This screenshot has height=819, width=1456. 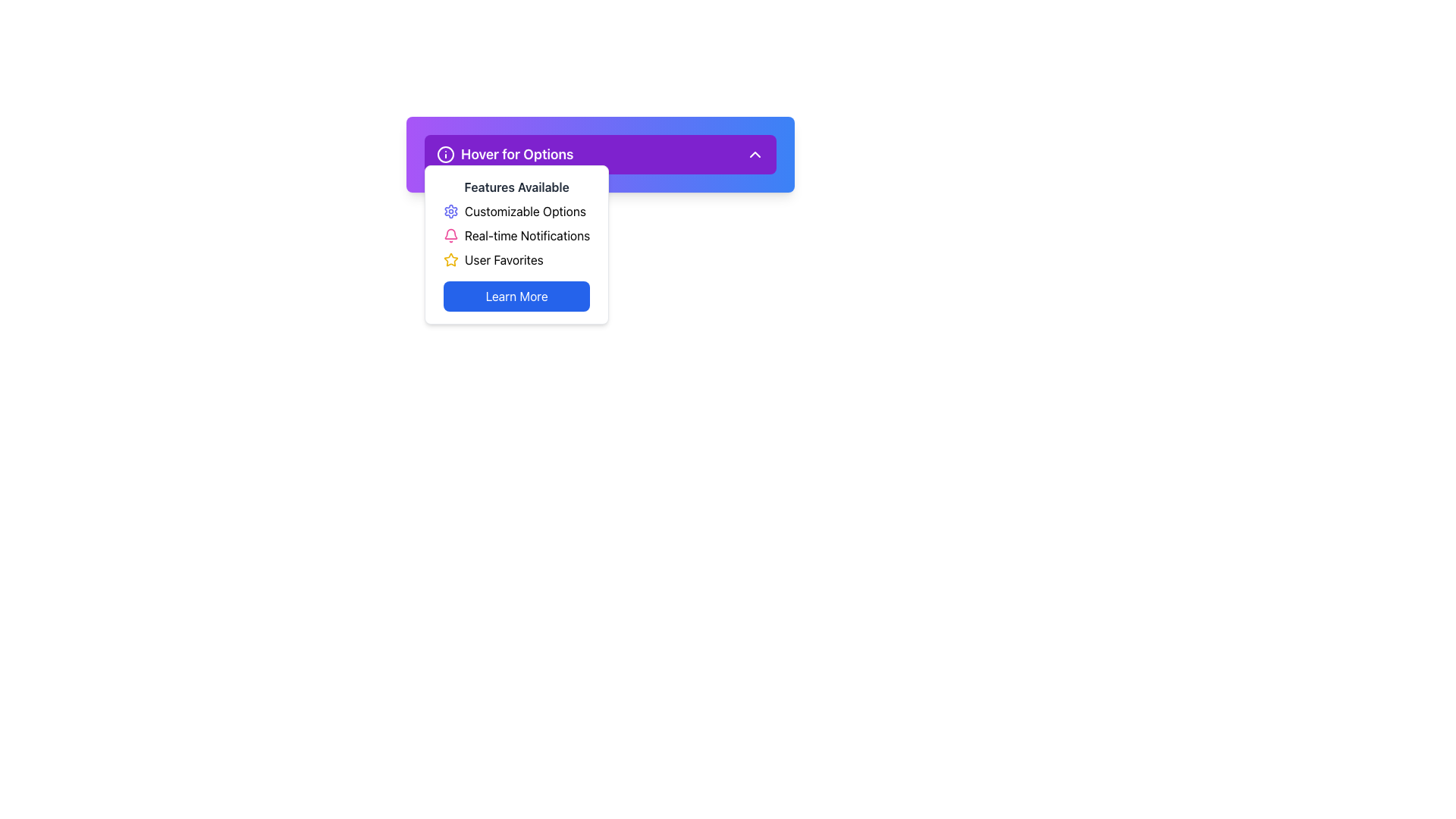 I want to click on the text label displaying 'Real-time Notifications', which is styled in black on a white background and positioned to the right of a pink bell icon, so click(x=527, y=236).